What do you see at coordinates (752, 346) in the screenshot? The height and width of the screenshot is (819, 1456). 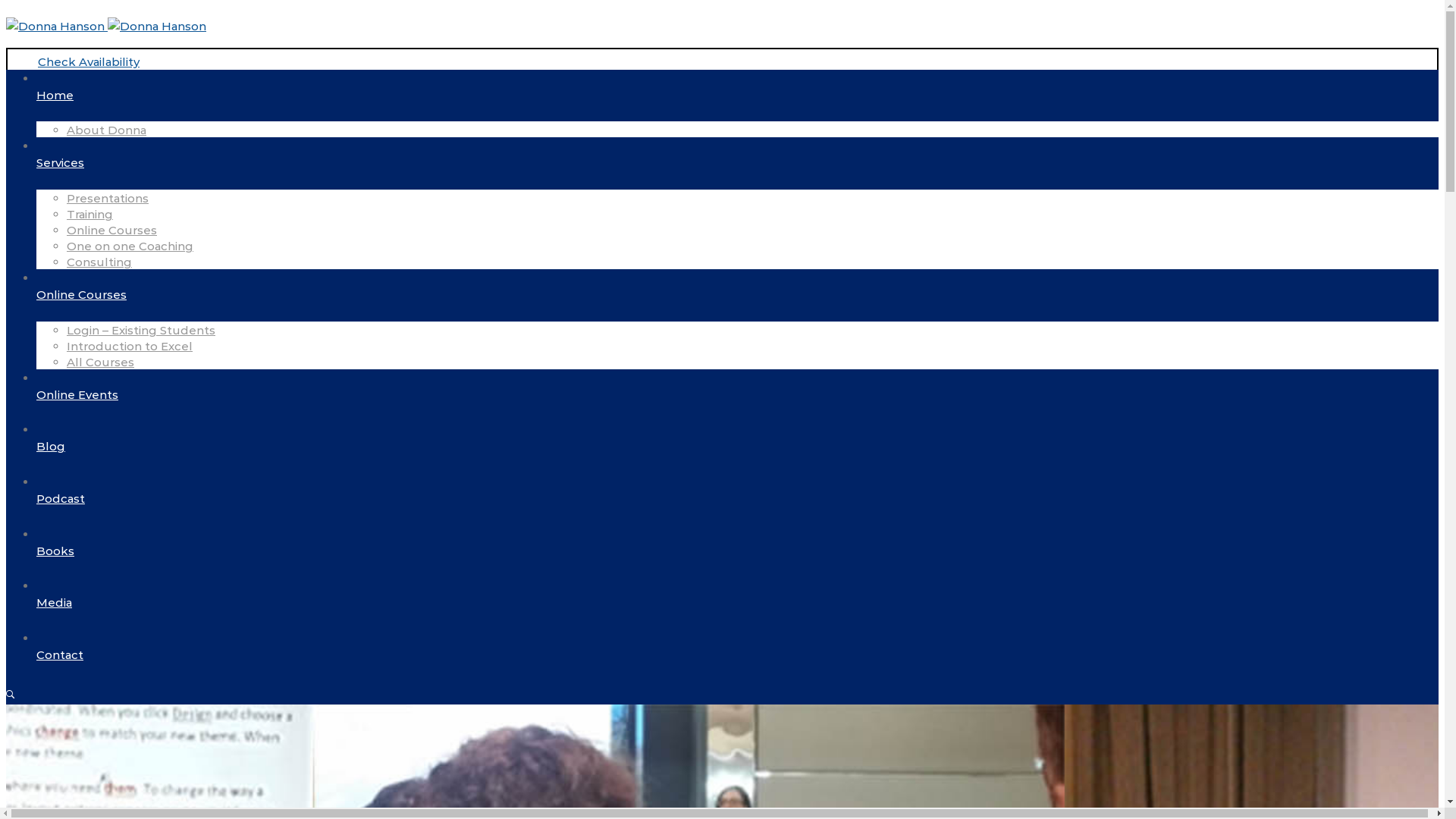 I see `'Introduction to Excel'` at bounding box center [752, 346].